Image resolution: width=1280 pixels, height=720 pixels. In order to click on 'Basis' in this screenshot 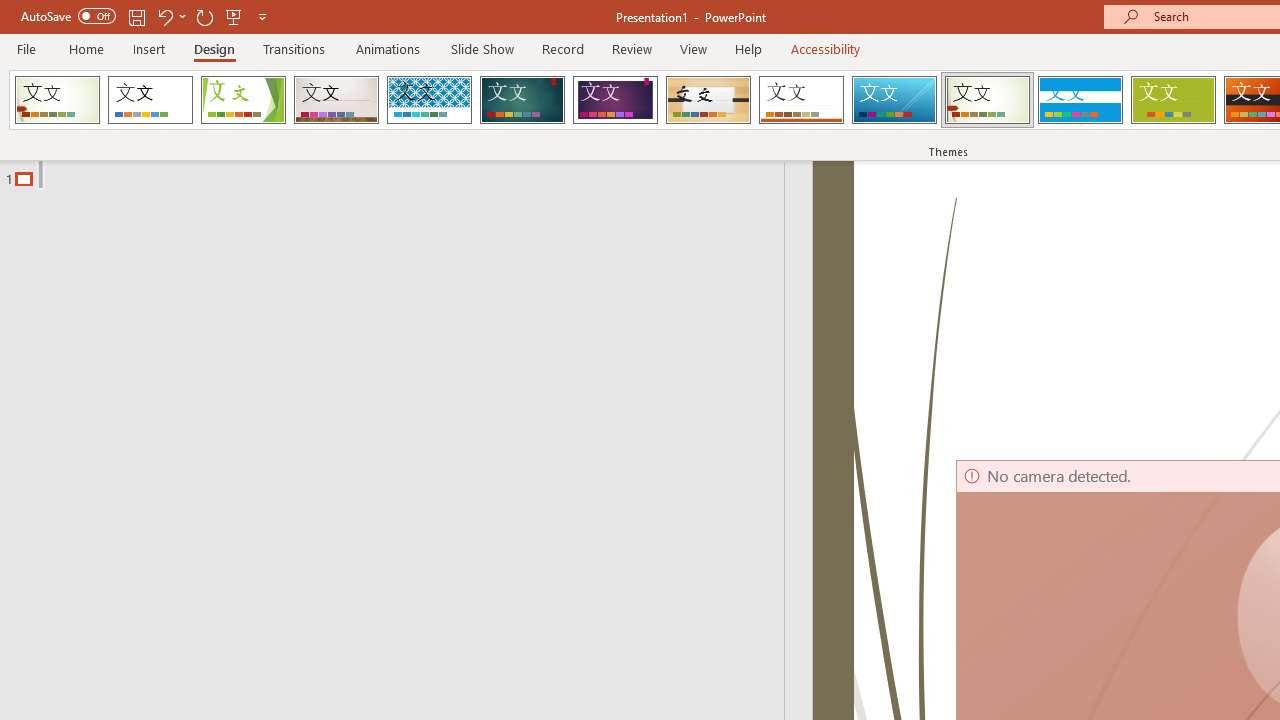, I will do `click(1173, 100)`.